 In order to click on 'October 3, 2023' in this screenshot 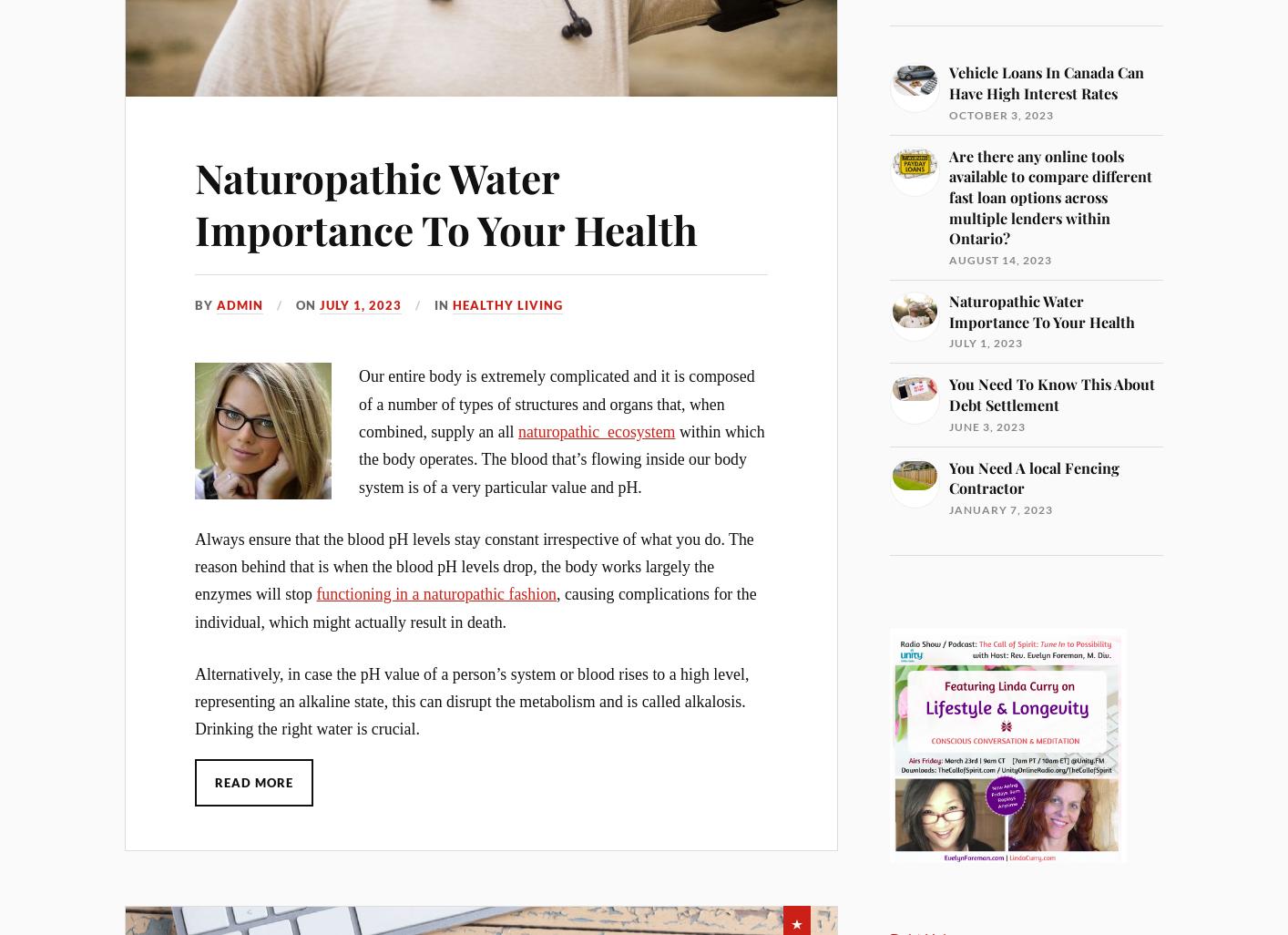, I will do `click(1001, 114)`.